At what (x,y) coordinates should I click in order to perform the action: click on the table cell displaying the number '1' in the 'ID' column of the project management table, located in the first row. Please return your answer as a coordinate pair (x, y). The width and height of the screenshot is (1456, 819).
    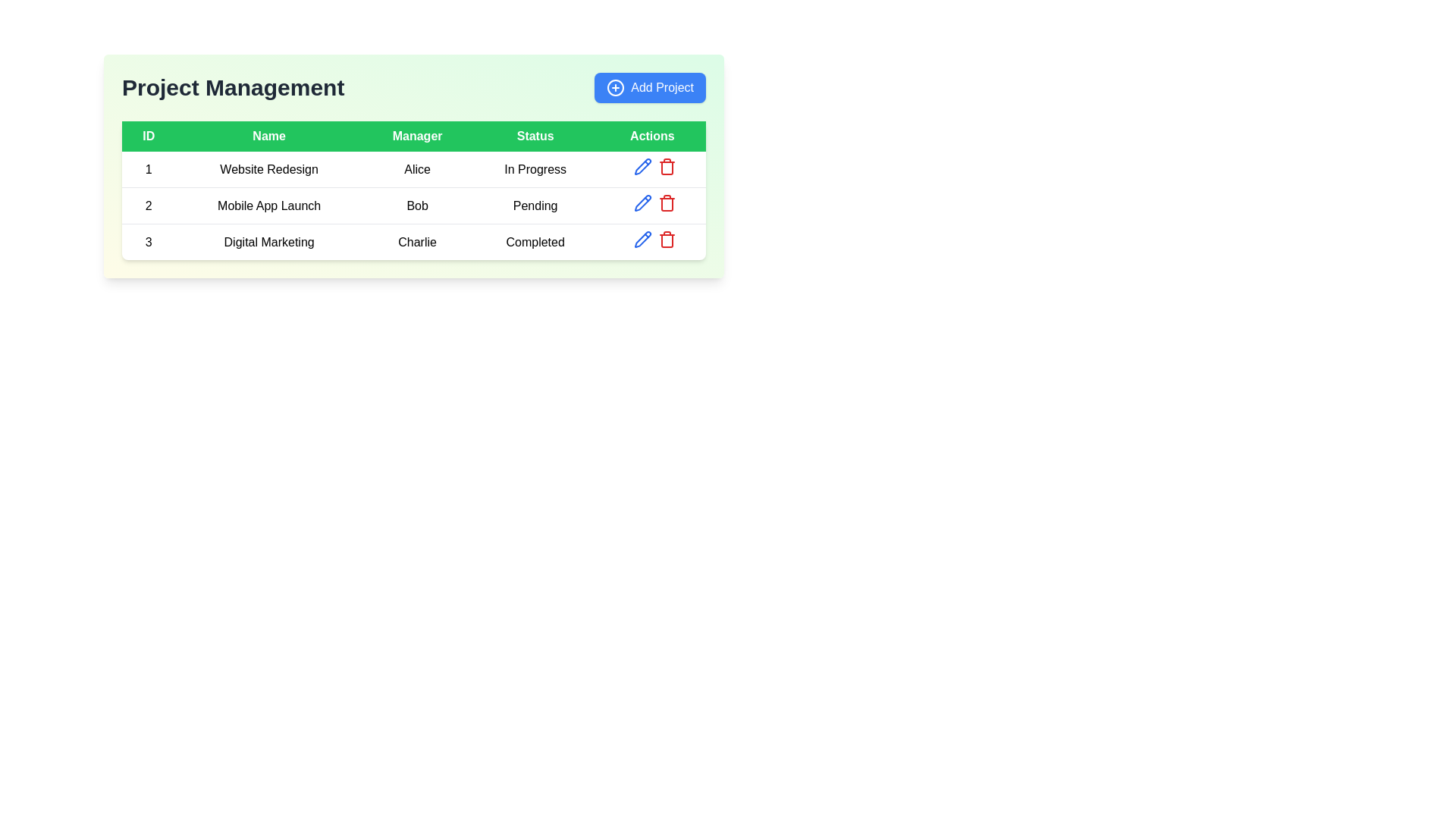
    Looking at the image, I should click on (149, 169).